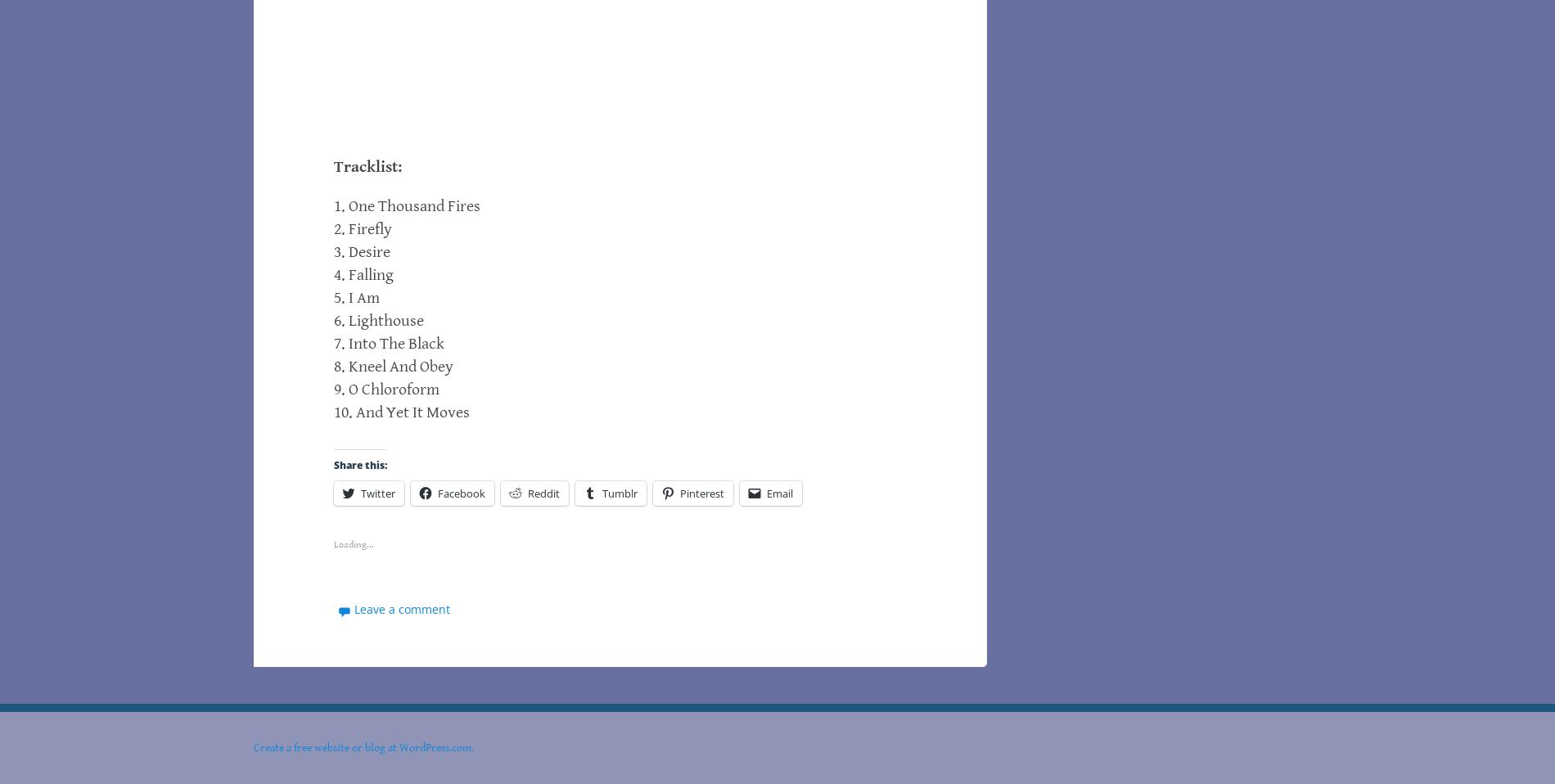 The width and height of the screenshot is (1555, 784). What do you see at coordinates (359, 465) in the screenshot?
I see `'Share this:'` at bounding box center [359, 465].